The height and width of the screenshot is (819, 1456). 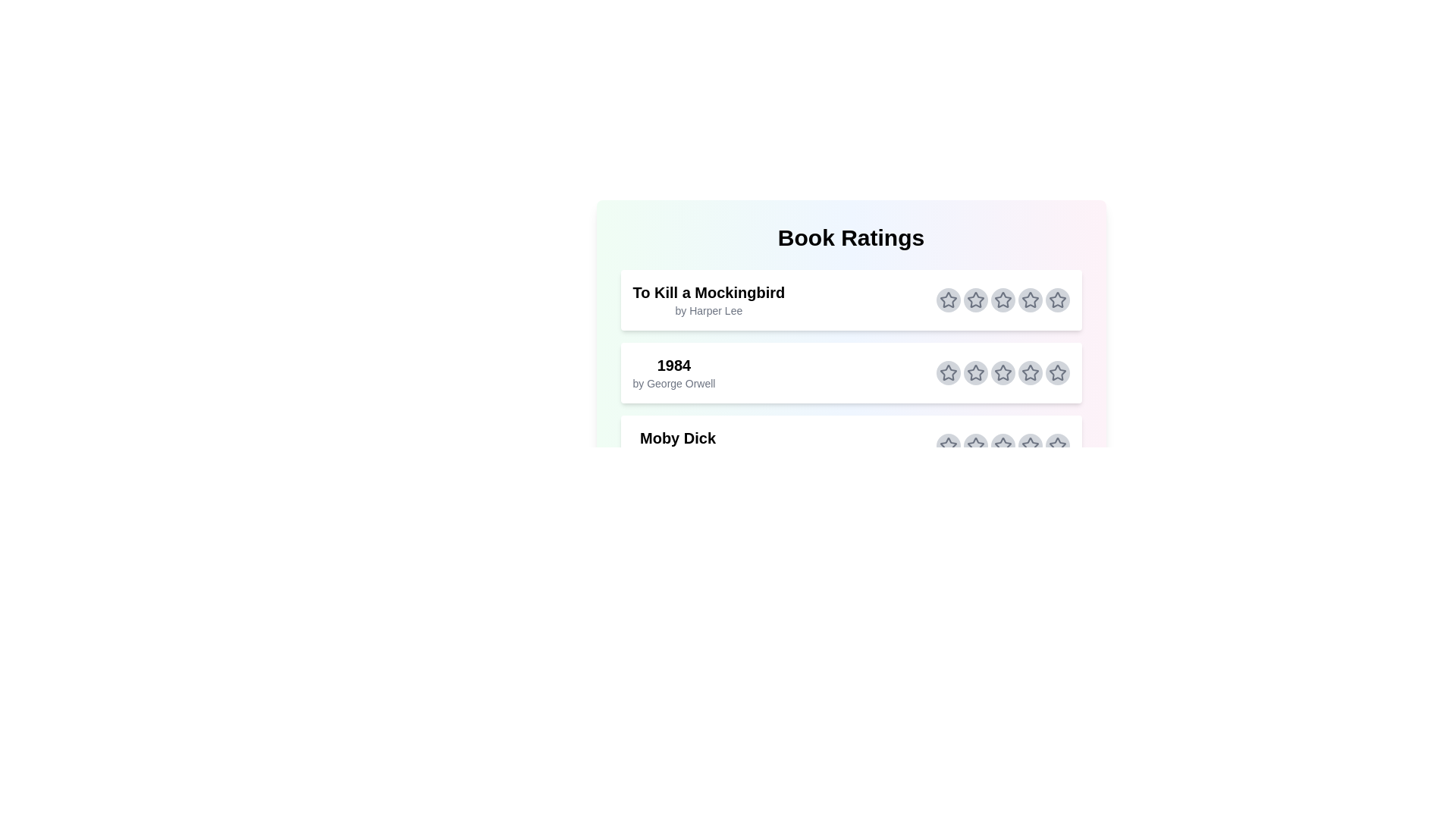 What do you see at coordinates (851, 300) in the screenshot?
I see `the book entry for To Kill a Mockingbird` at bounding box center [851, 300].